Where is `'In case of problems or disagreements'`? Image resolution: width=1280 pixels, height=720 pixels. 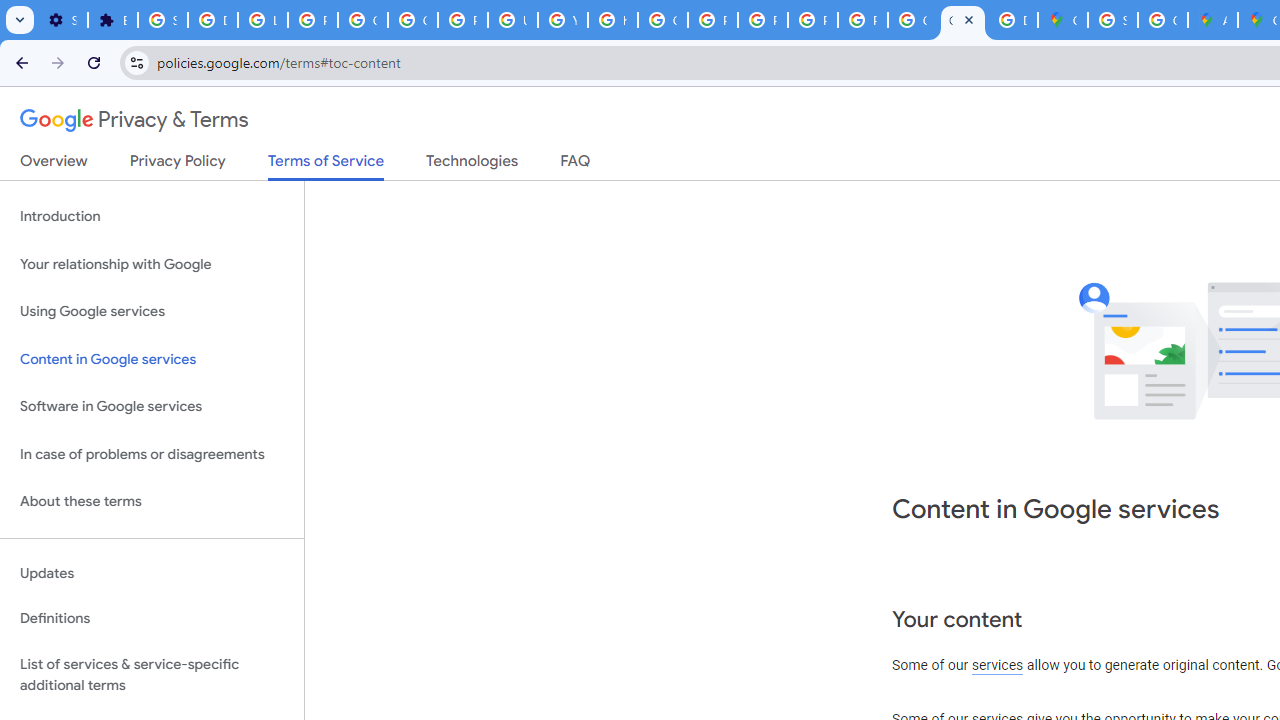
'In case of problems or disagreements' is located at coordinates (151, 454).